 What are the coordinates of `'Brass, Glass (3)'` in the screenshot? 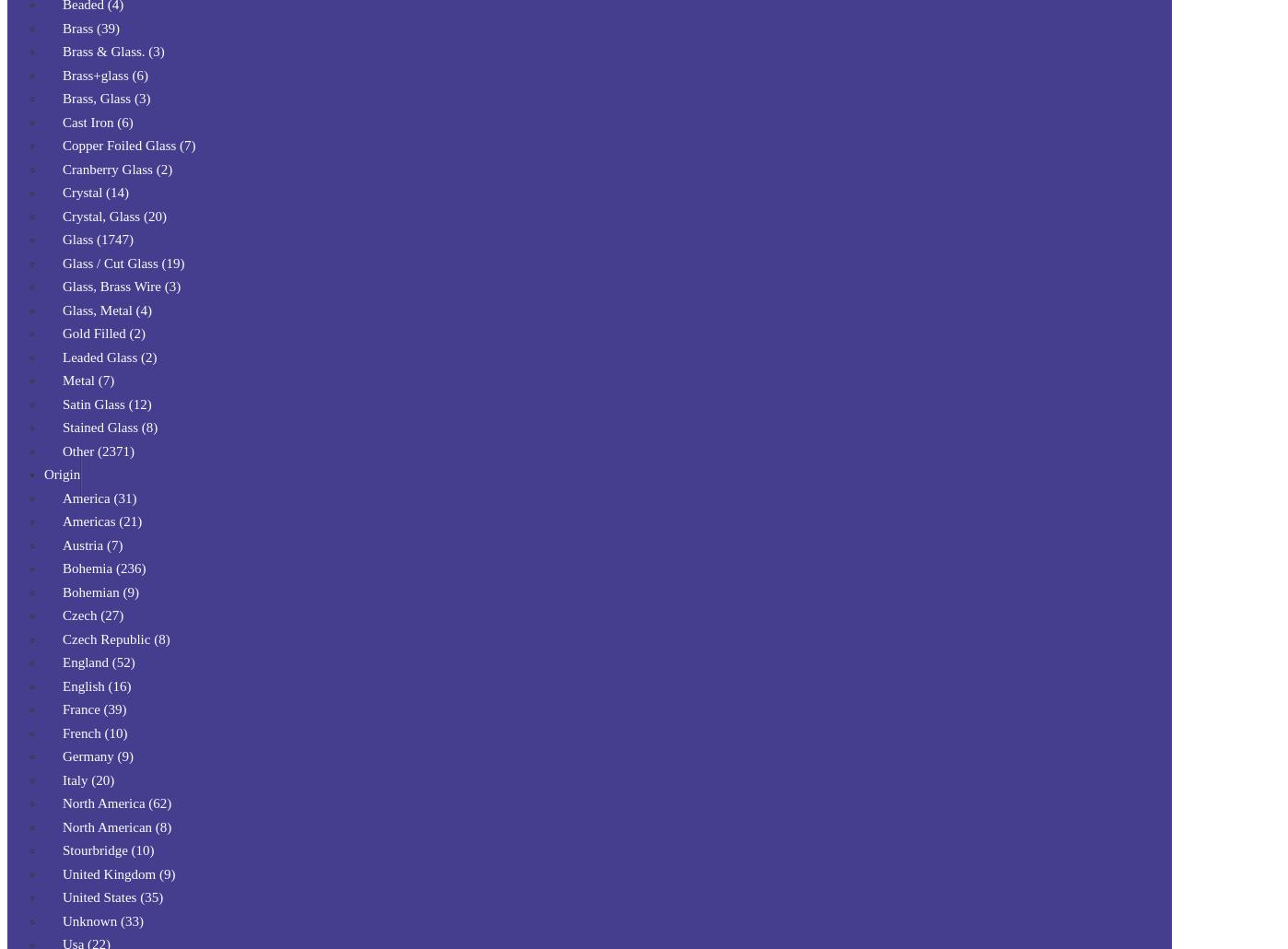 It's located at (106, 98).